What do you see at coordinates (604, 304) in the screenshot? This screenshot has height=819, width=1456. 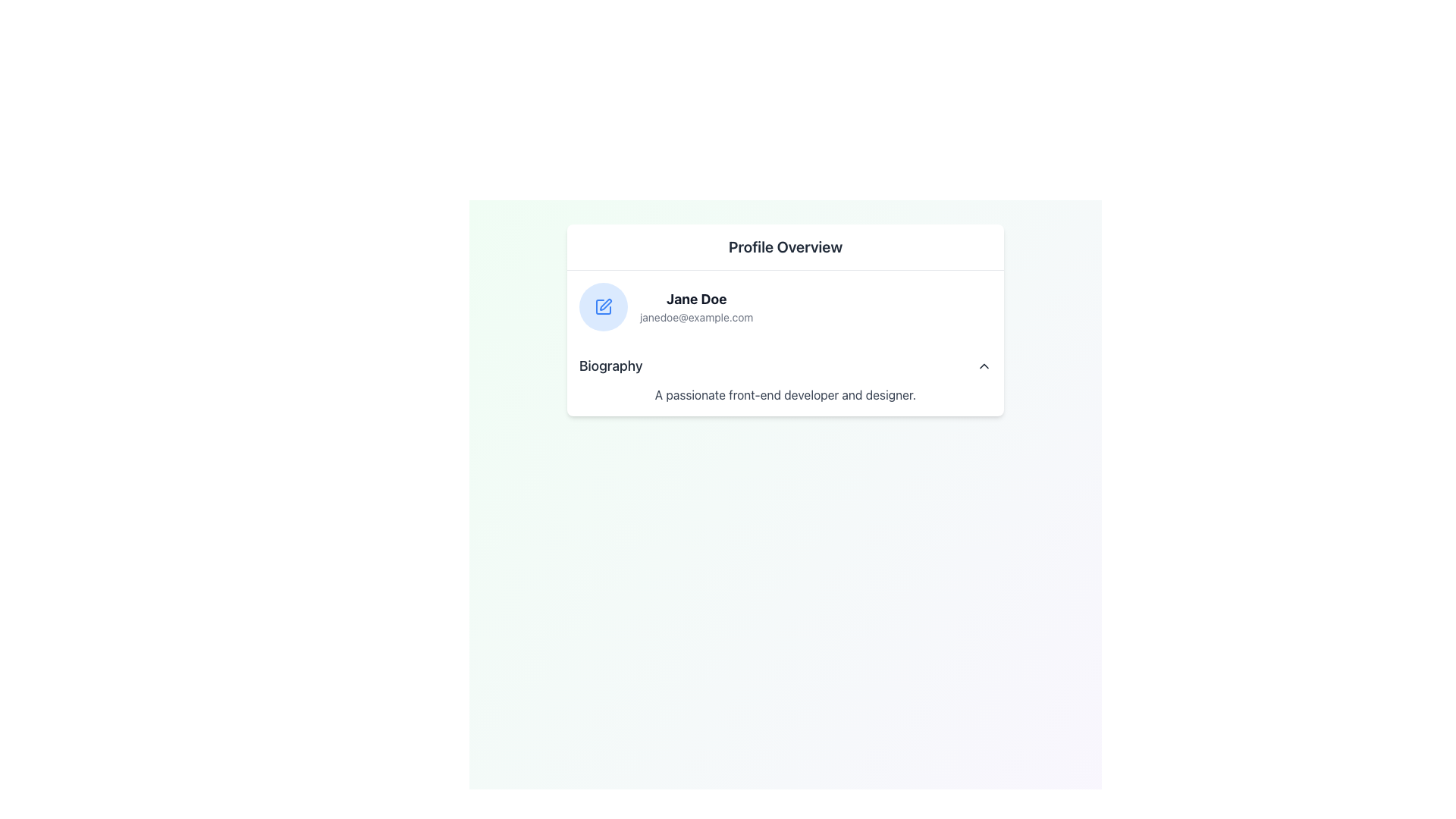 I see `the blue pen icon located within a square graphical frame, positioned to the left of the user's profile information on the profile overview card` at bounding box center [604, 304].